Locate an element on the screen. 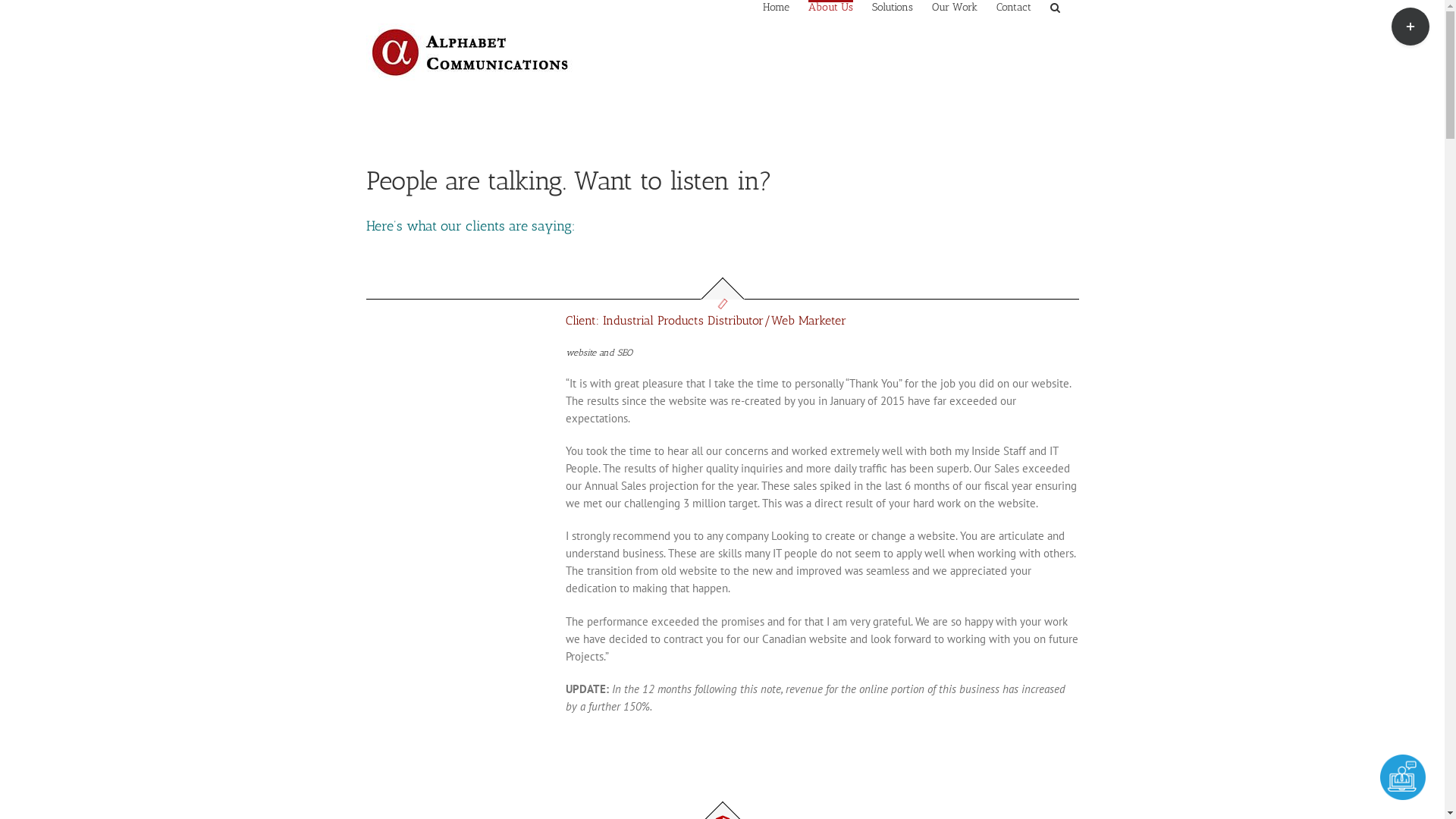  'Home' is located at coordinates (776, 6).